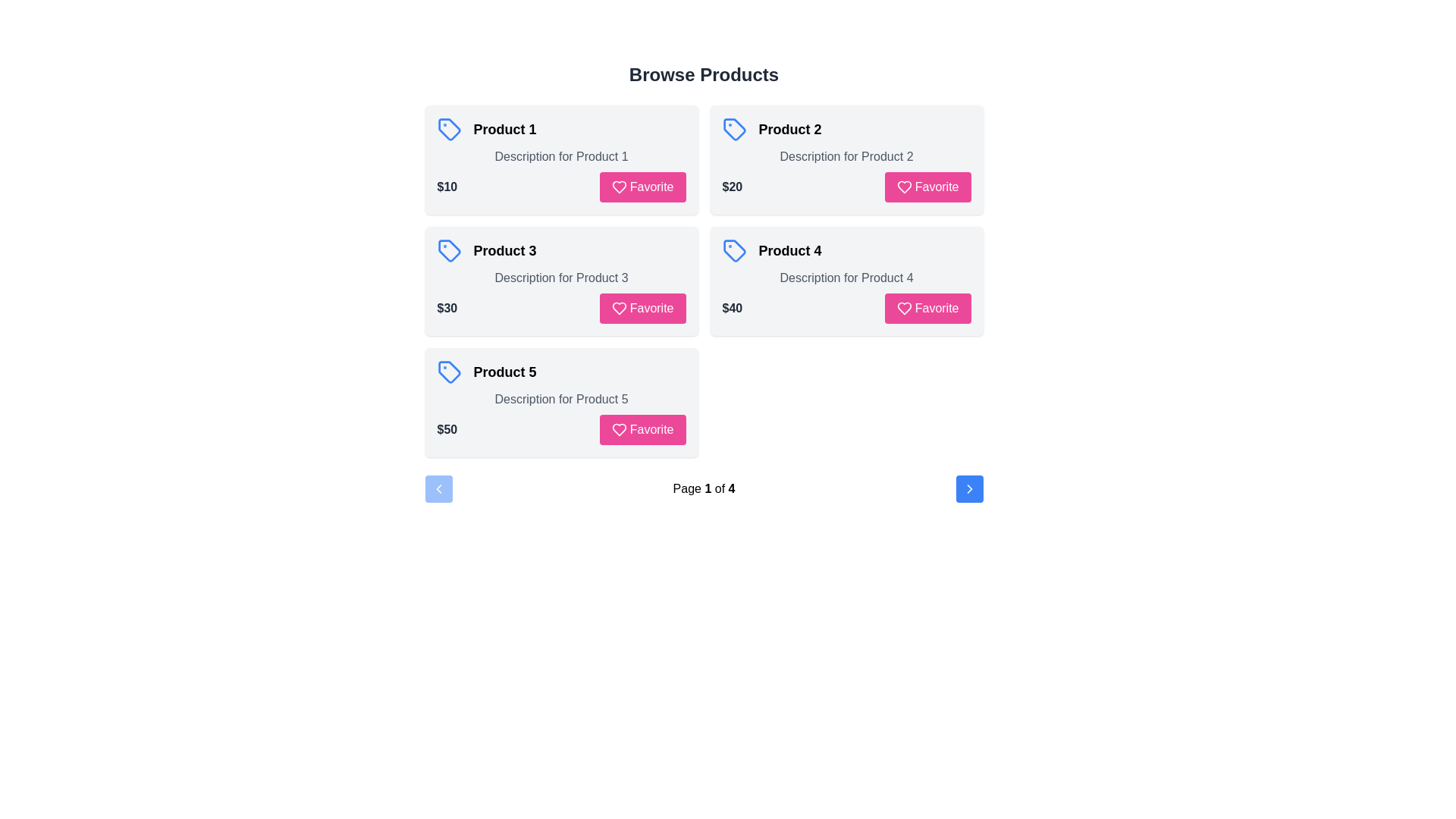 This screenshot has height=819, width=1456. I want to click on the prominent 'Browse Products' text label located at the top of the product browsing interface, so click(703, 75).